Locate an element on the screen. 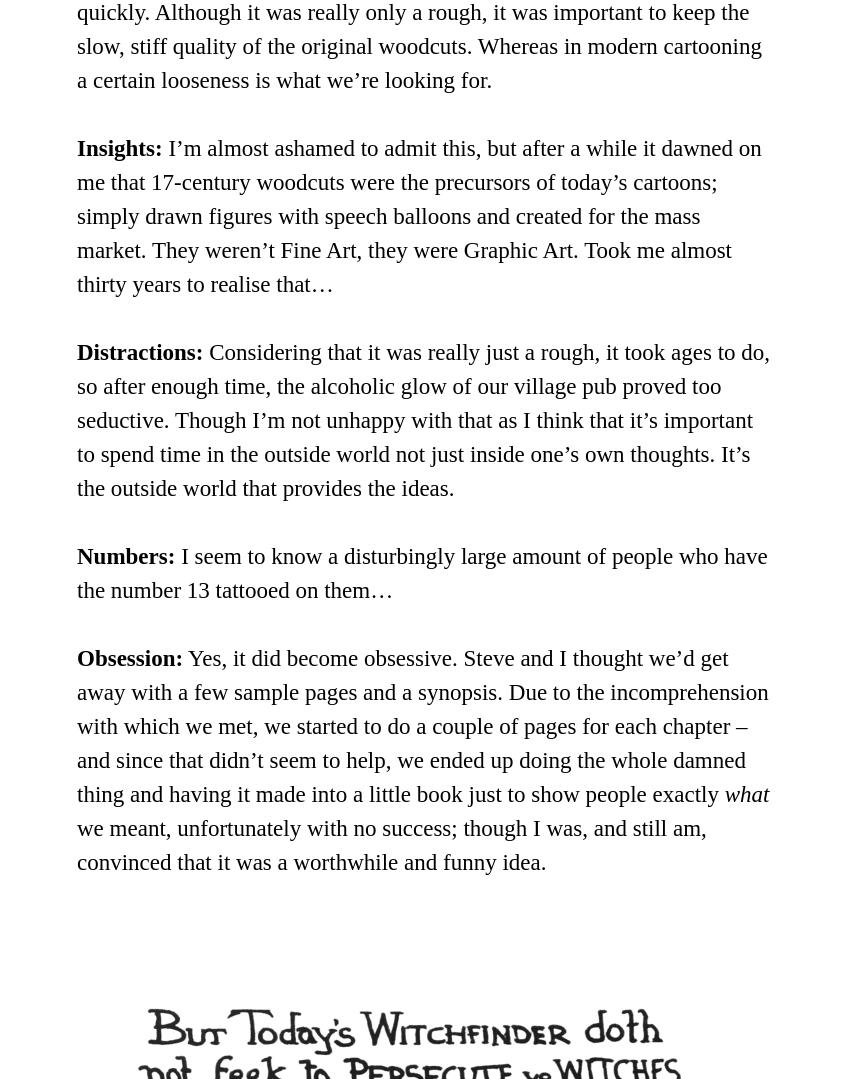 The image size is (850, 1079). 'Obsession:' is located at coordinates (129, 657).